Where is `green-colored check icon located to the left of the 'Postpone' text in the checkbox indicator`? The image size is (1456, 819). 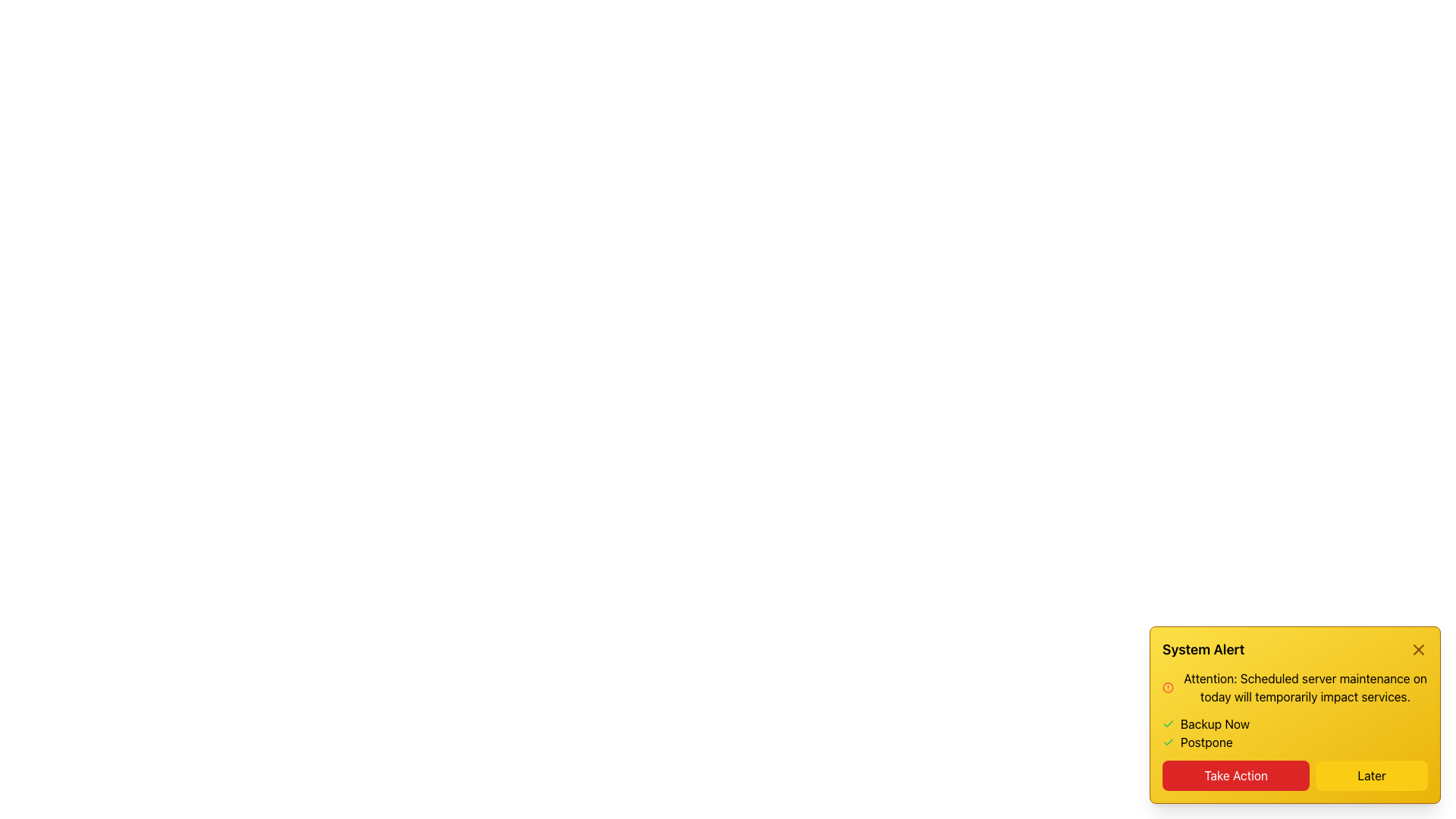 green-colored check icon located to the left of the 'Postpone' text in the checkbox indicator is located at coordinates (1167, 742).